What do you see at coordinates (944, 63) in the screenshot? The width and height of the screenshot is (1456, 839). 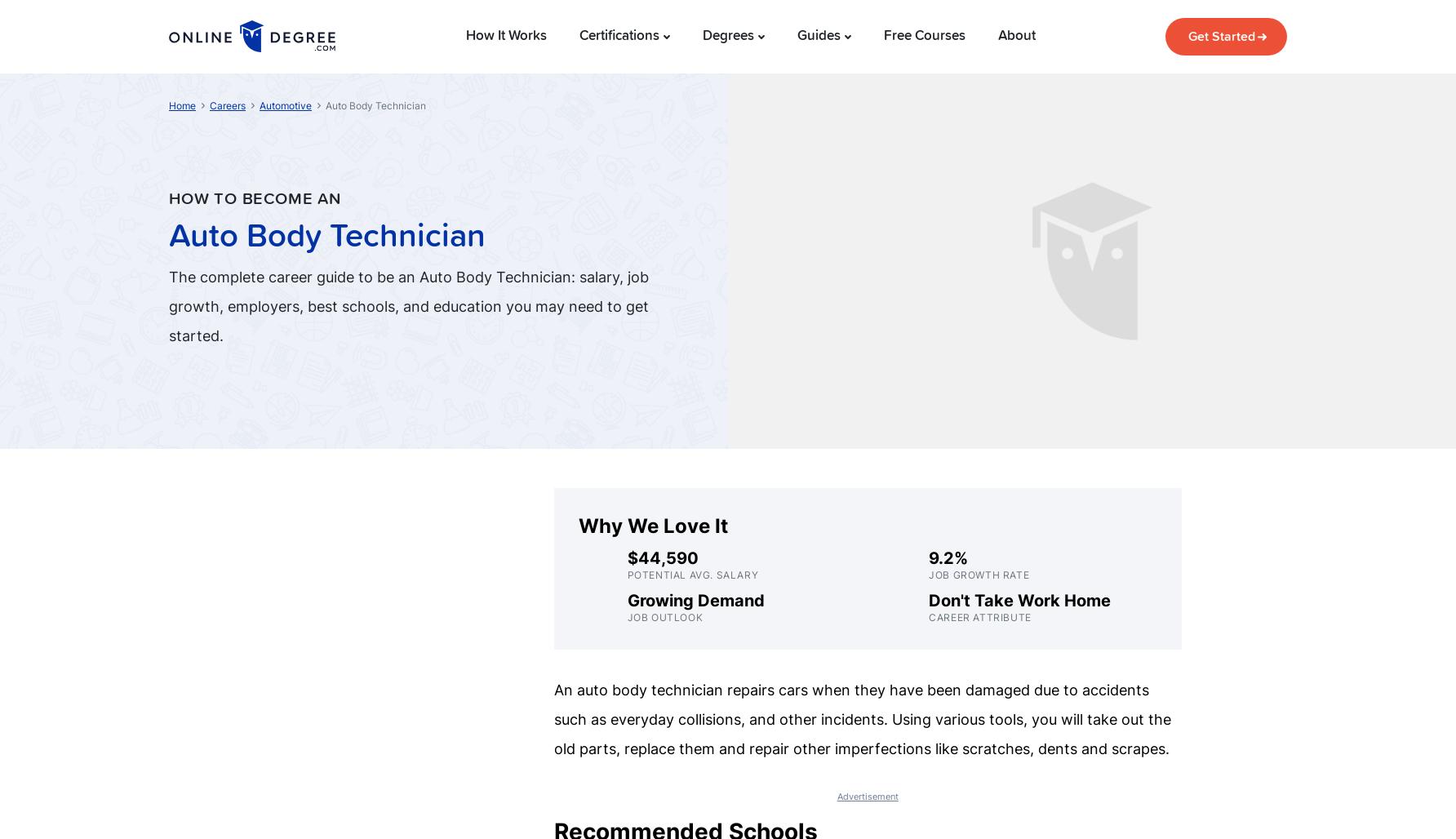 I see `'10,200'` at bounding box center [944, 63].